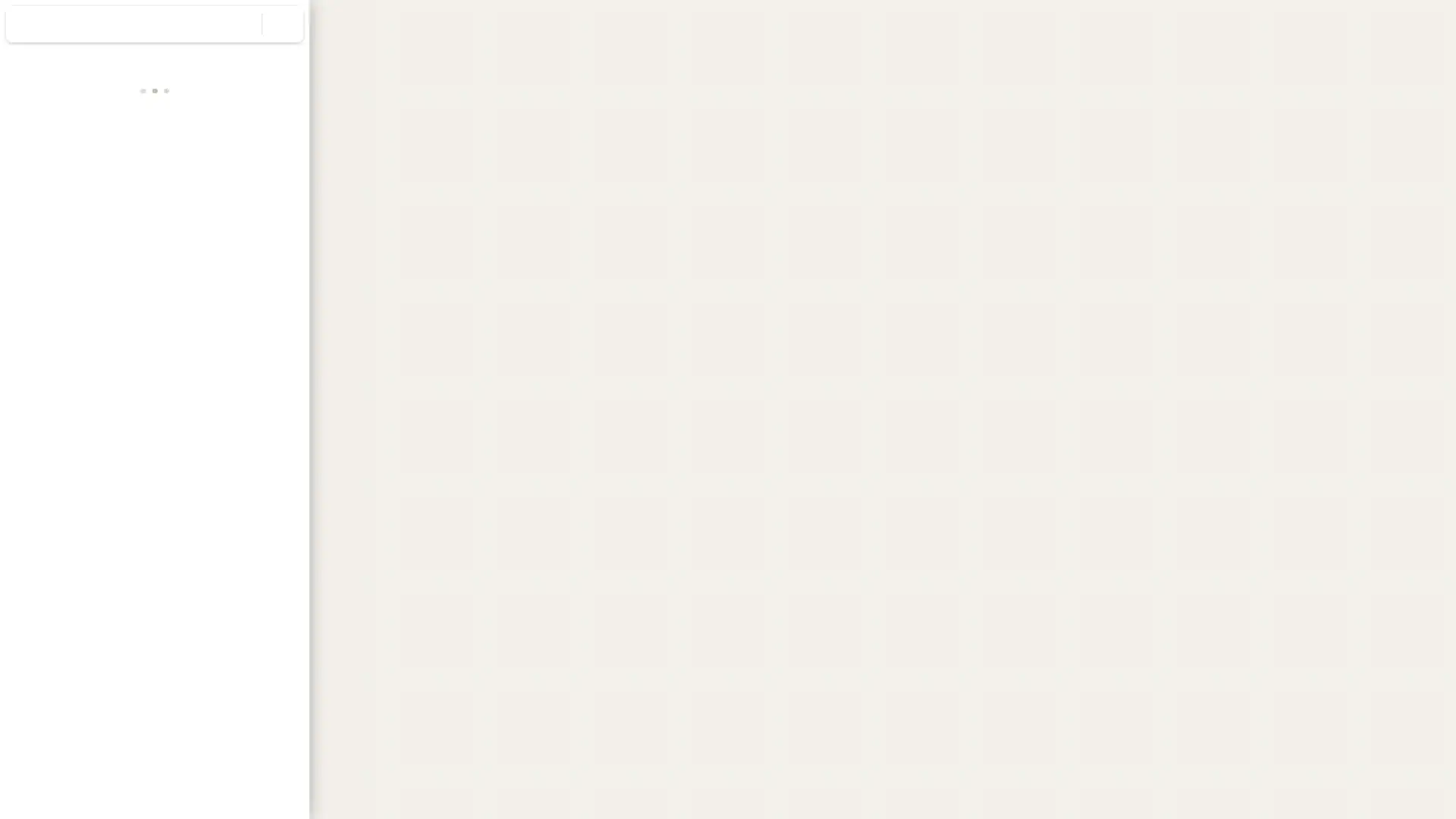  What do you see at coordinates (154, 289) in the screenshot?
I see `Search nearby Toronto` at bounding box center [154, 289].